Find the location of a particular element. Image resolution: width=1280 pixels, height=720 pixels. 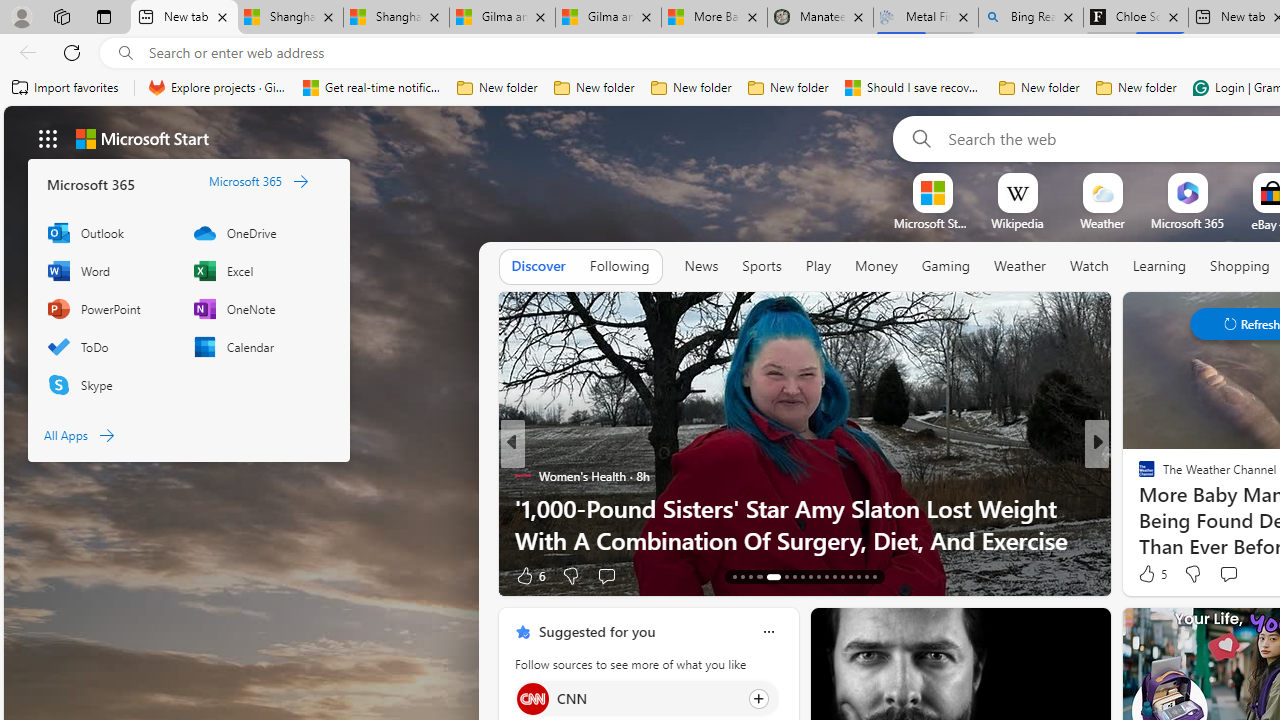

'Indy 100' is located at coordinates (1138, 475).